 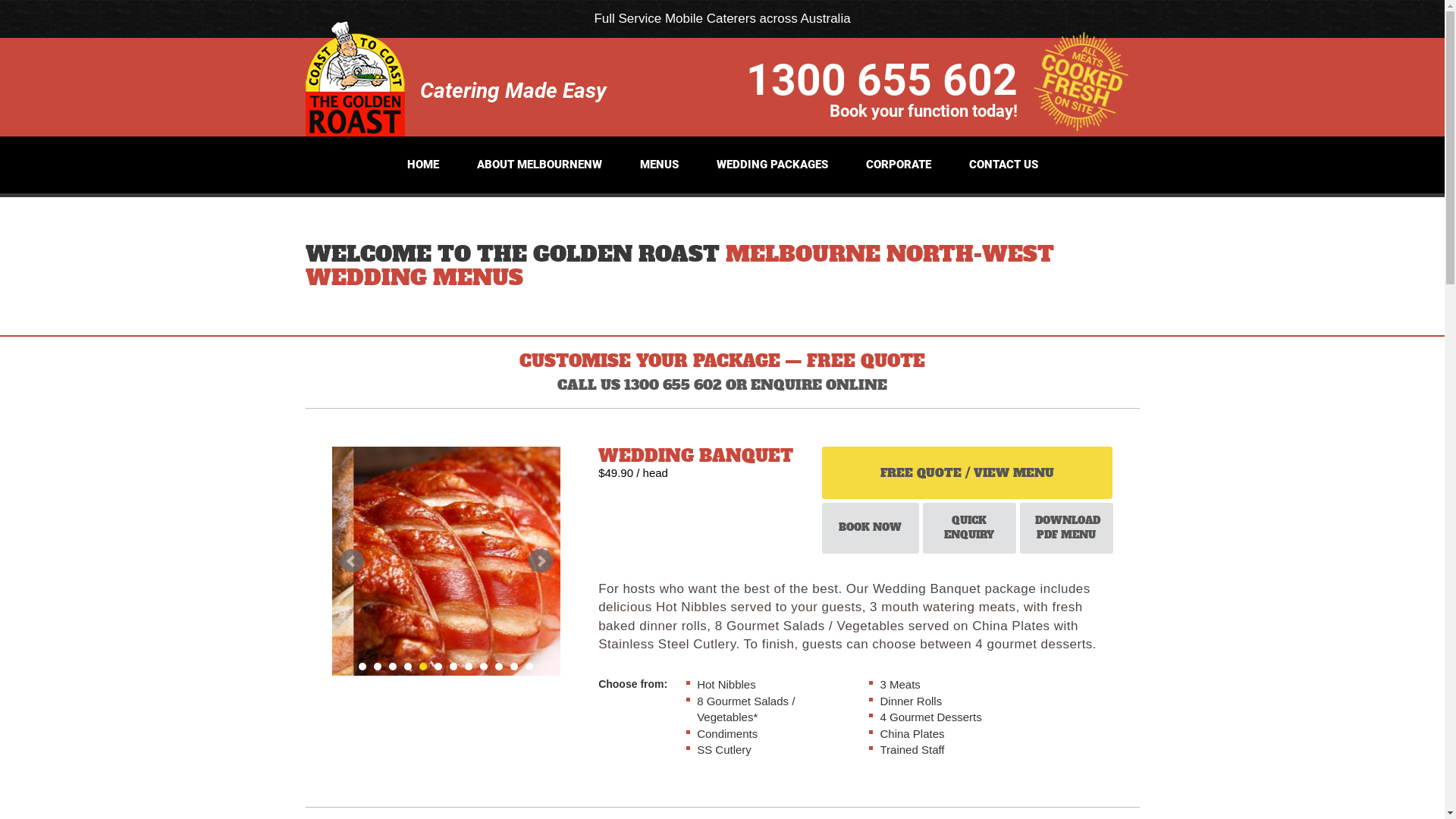 I want to click on '11', so click(x=513, y=666).